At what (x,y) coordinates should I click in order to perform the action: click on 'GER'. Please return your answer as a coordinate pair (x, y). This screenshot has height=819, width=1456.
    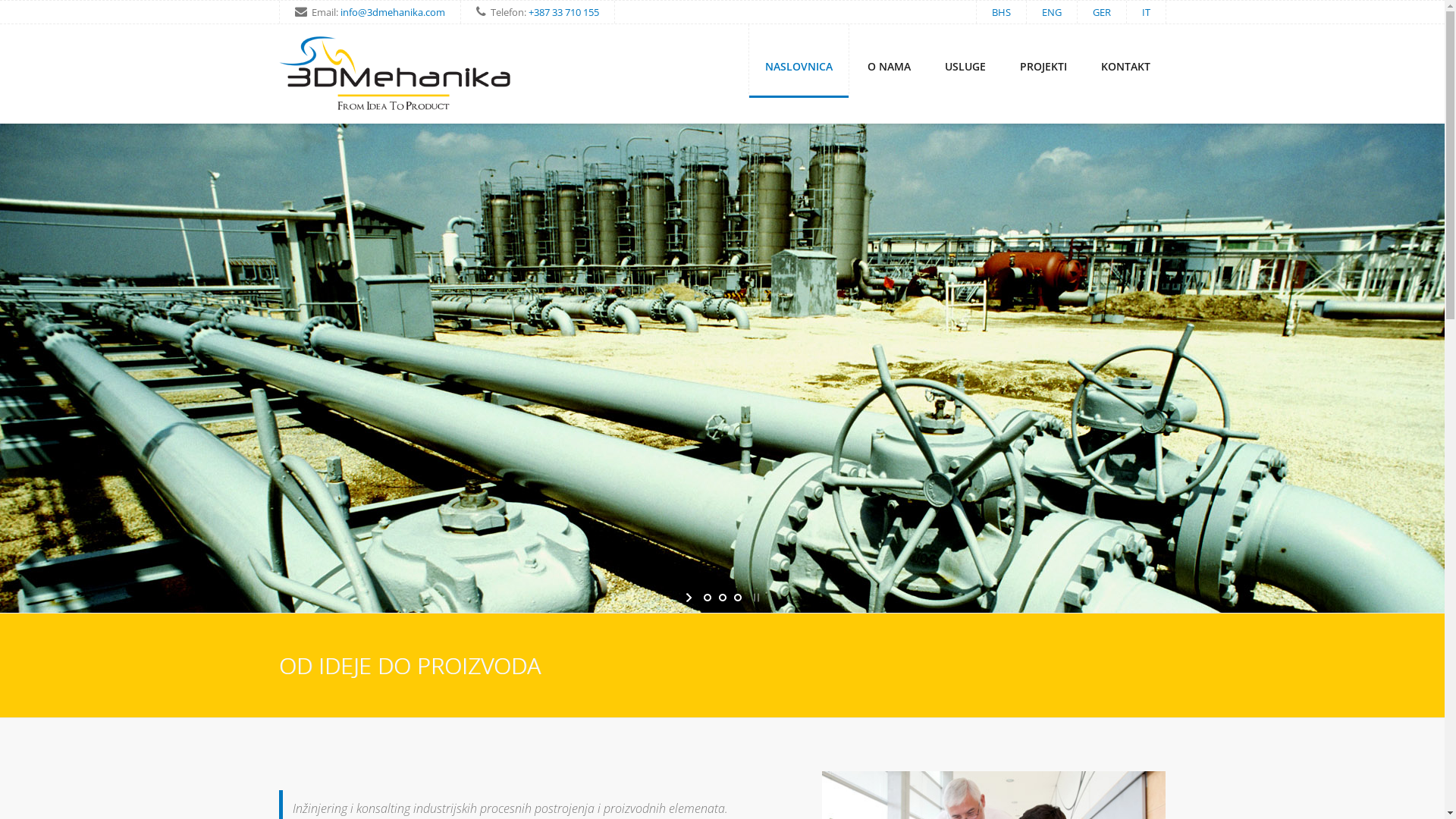
    Looking at the image, I should click on (1092, 11).